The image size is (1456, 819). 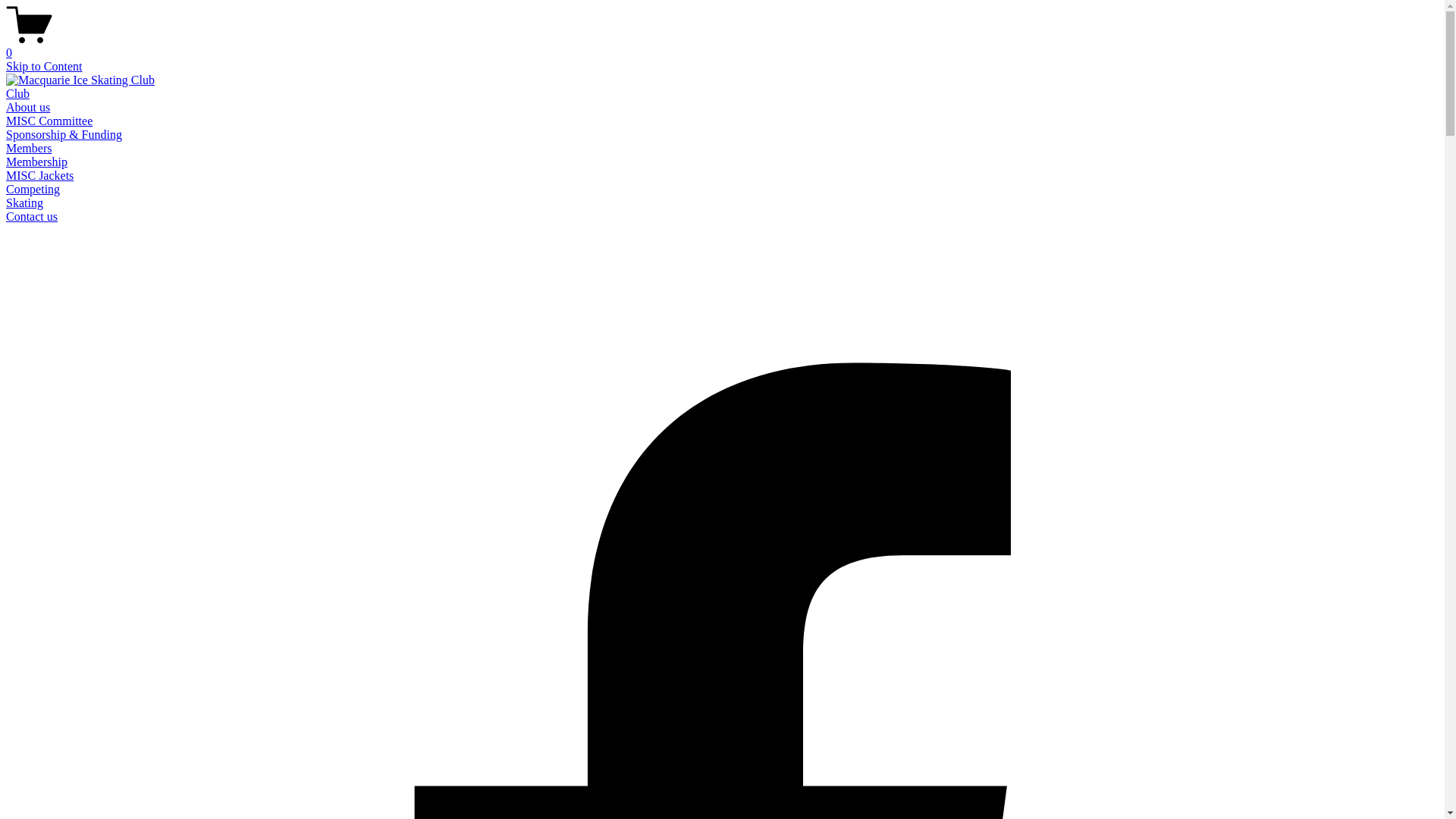 I want to click on 'MISC Jackets', so click(x=6, y=174).